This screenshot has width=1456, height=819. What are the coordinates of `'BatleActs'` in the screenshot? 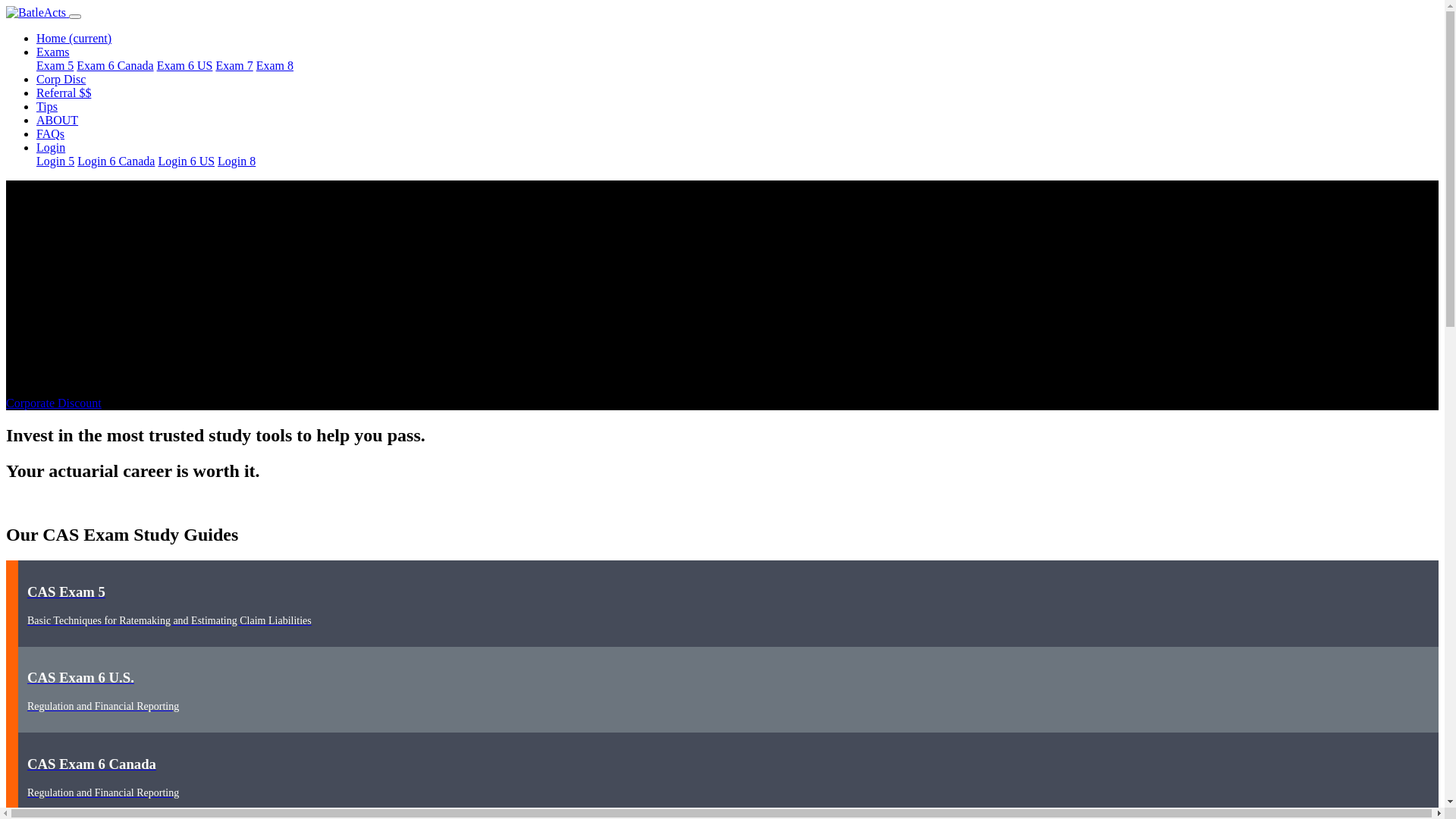 It's located at (6, 12).